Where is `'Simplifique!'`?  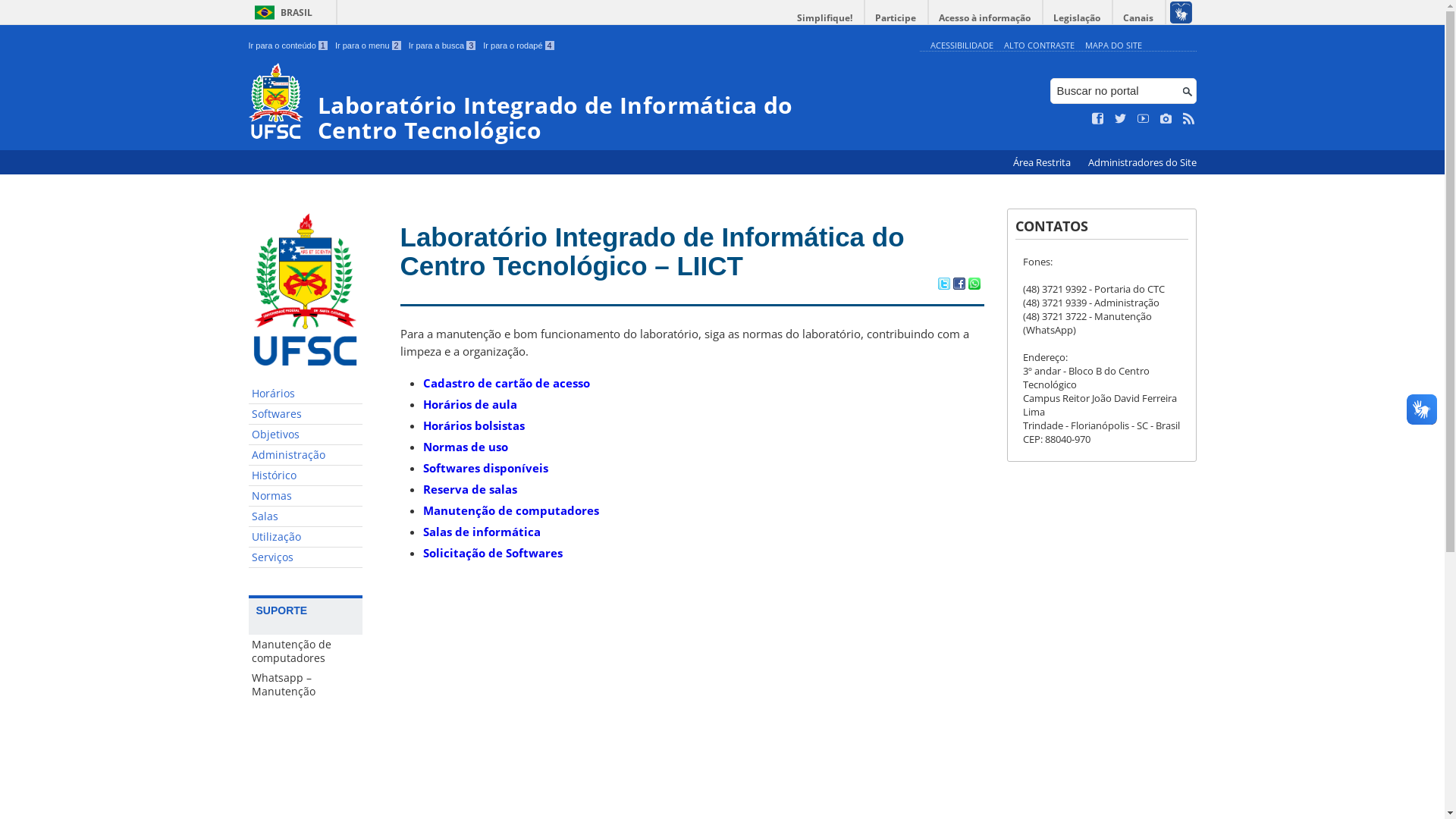 'Simplifique!' is located at coordinates (824, 17).